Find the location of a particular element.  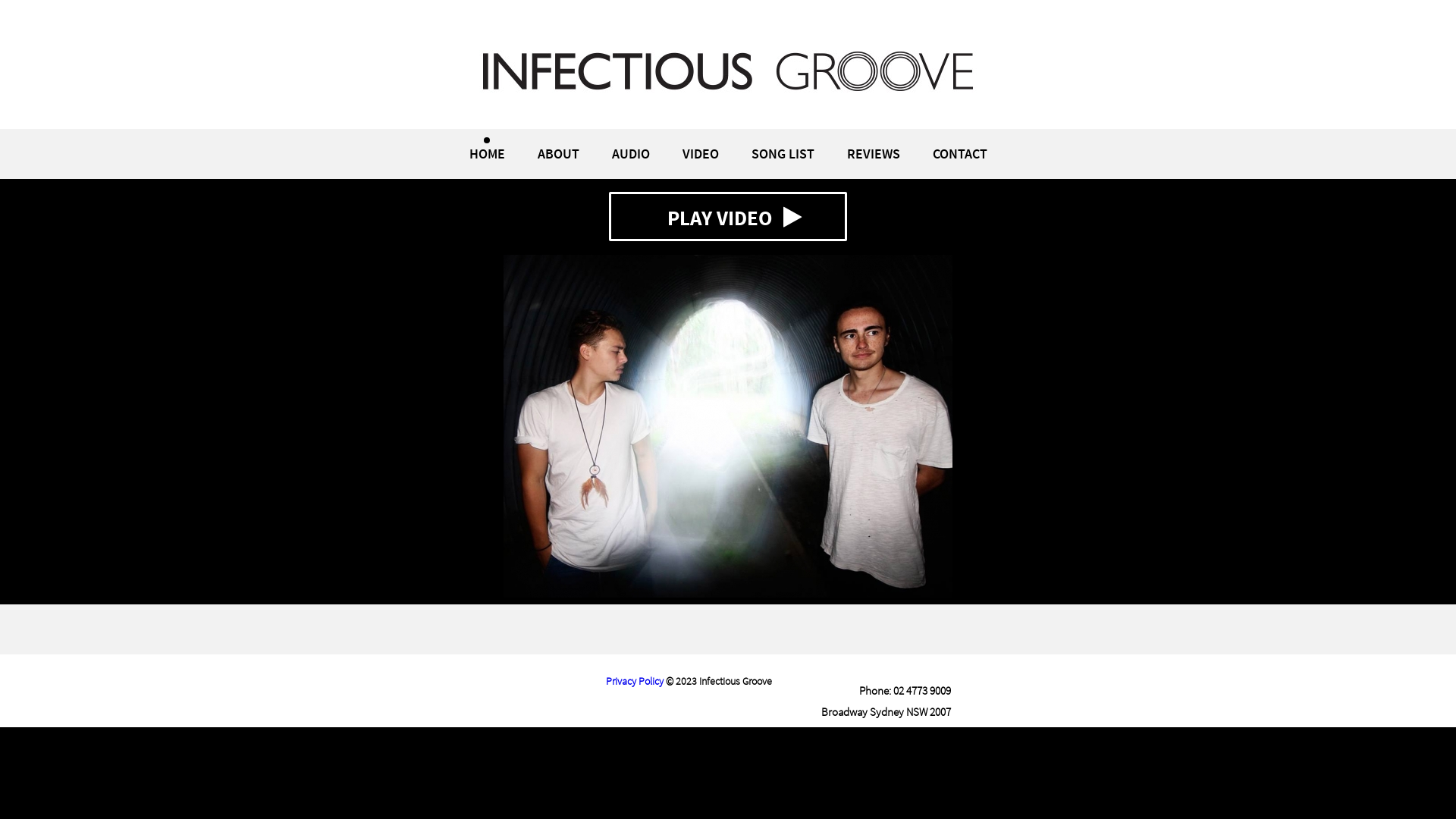

'Privacy Policy' is located at coordinates (604, 680).